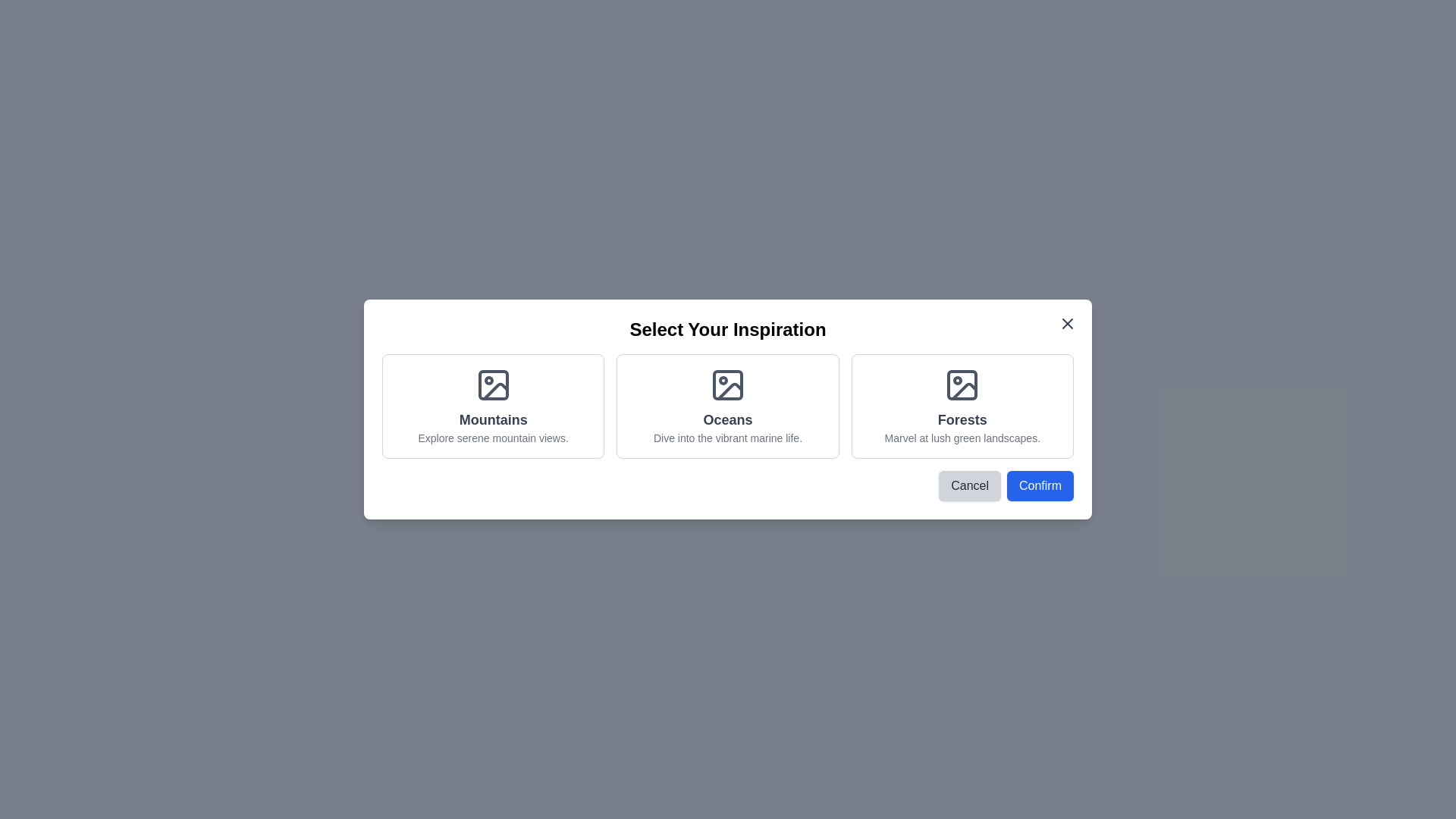  Describe the element at coordinates (493, 438) in the screenshot. I see `the static text element that displays 'Explore serene mountain views.' which is styled in light gray and positioned below the heading 'Mountains'` at that location.